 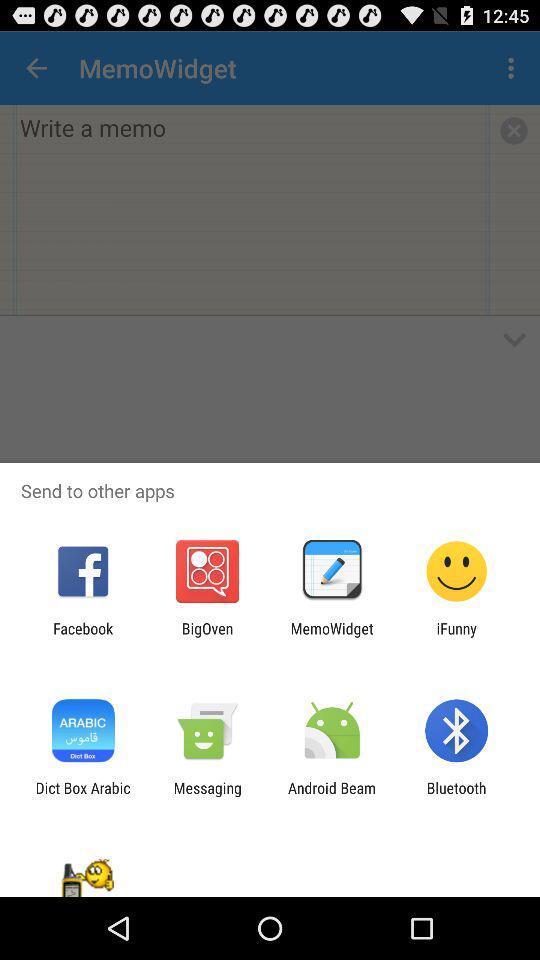 What do you see at coordinates (206, 636) in the screenshot?
I see `the app next to the facebook app` at bounding box center [206, 636].